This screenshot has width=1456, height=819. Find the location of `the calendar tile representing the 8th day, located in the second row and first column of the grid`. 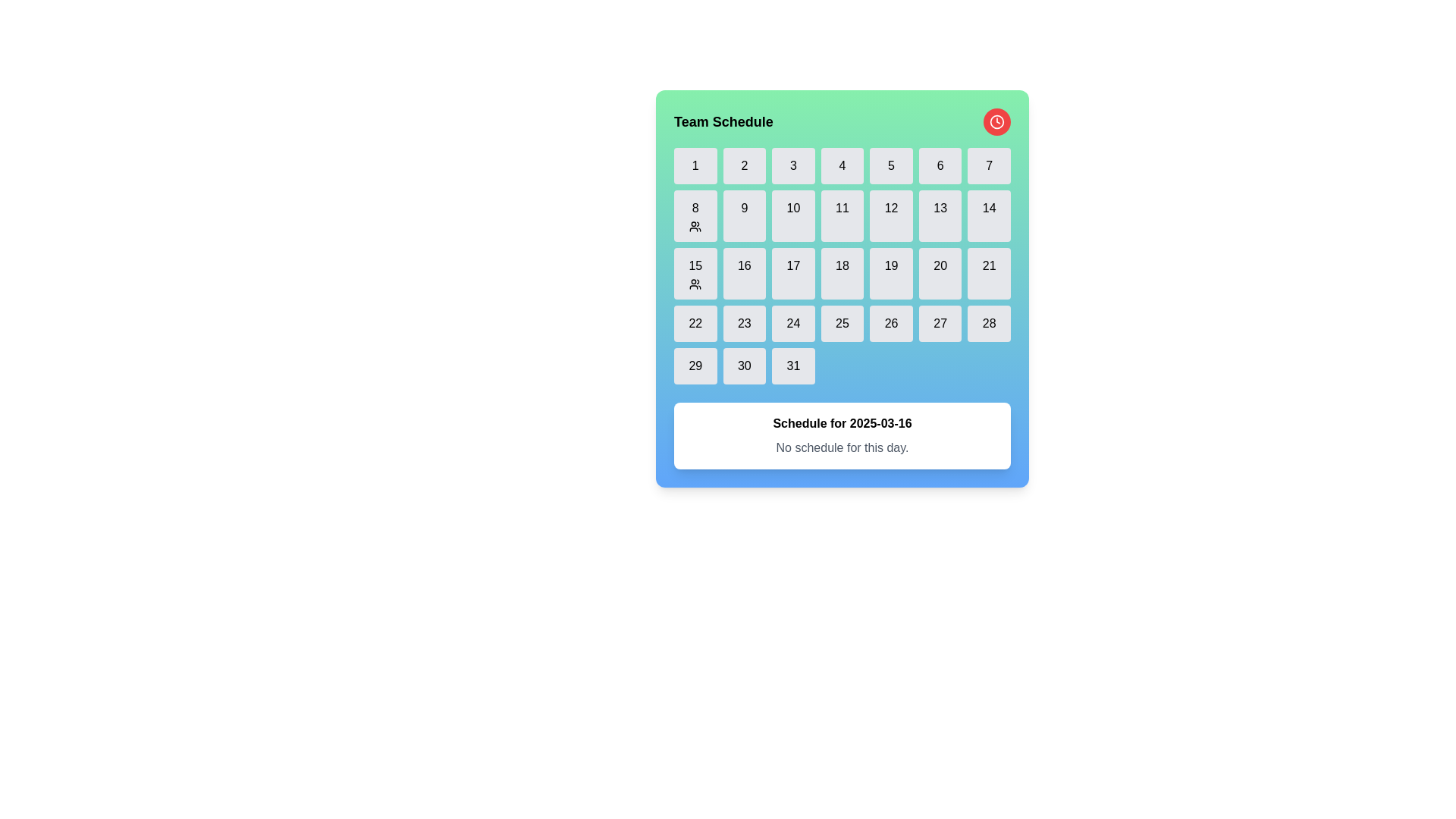

the calendar tile representing the 8th day, located in the second row and first column of the grid is located at coordinates (695, 216).